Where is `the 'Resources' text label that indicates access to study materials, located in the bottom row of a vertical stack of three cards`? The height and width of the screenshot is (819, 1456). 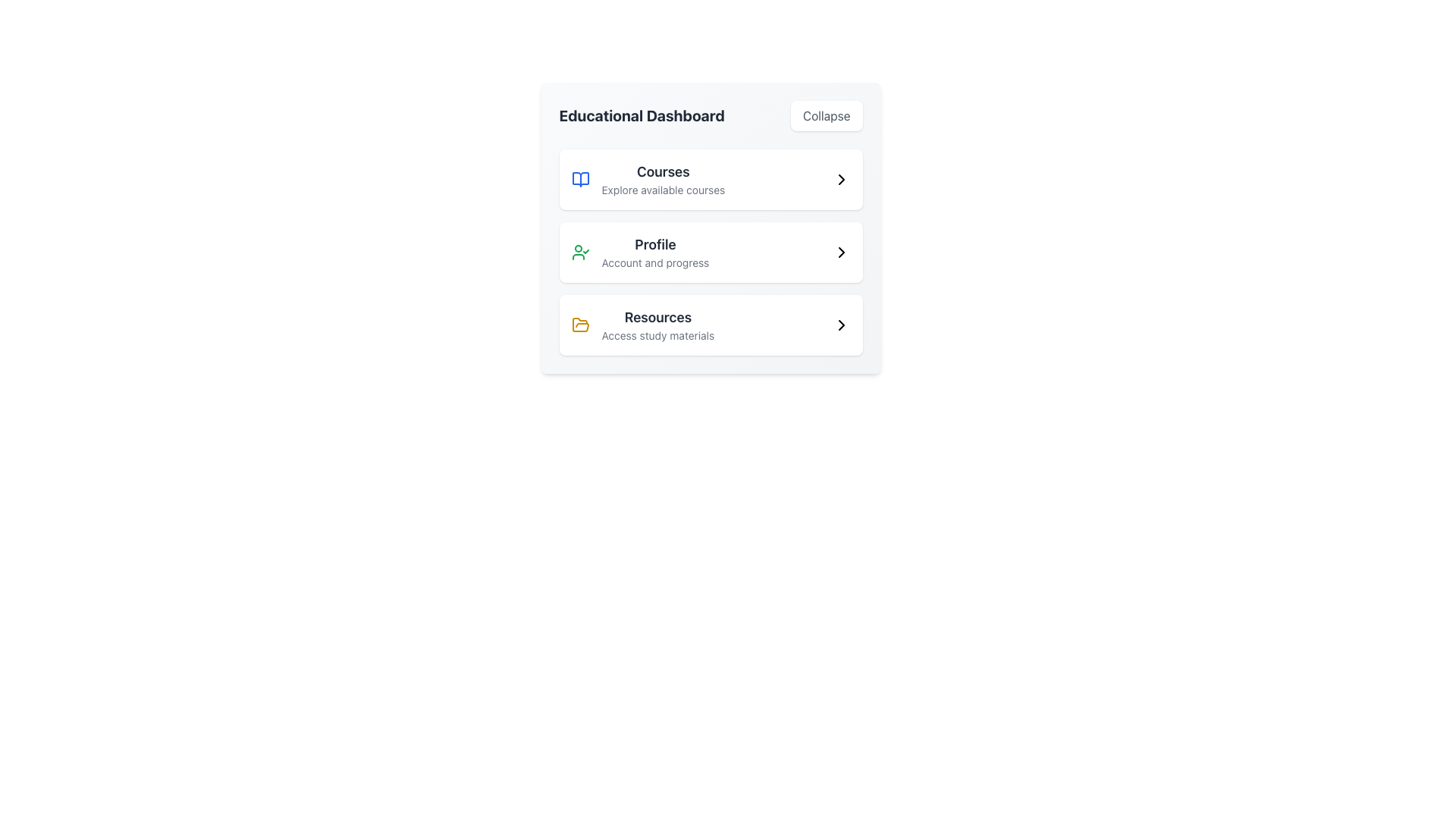
the 'Resources' text label that indicates access to study materials, located in the bottom row of a vertical stack of three cards is located at coordinates (657, 324).